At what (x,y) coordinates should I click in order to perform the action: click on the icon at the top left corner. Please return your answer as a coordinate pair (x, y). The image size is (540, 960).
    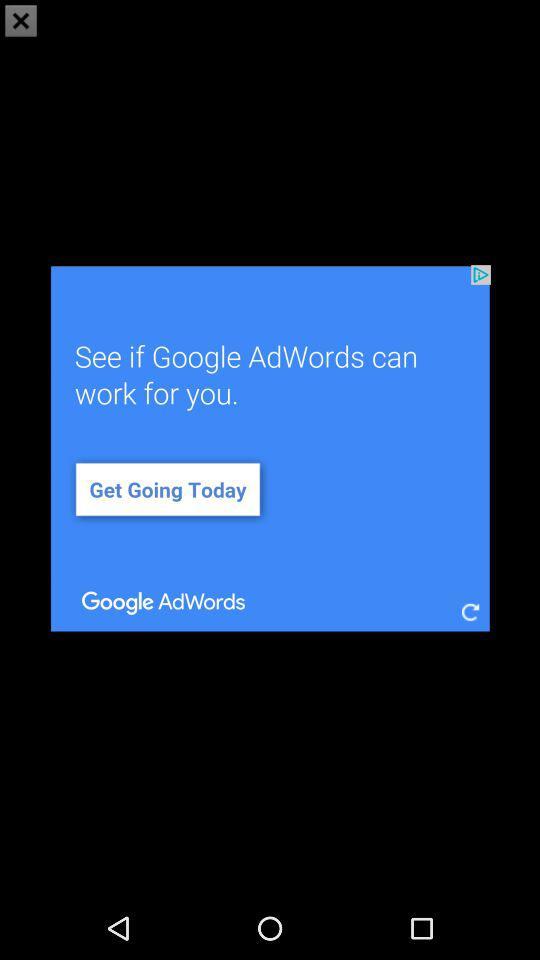
    Looking at the image, I should click on (20, 20).